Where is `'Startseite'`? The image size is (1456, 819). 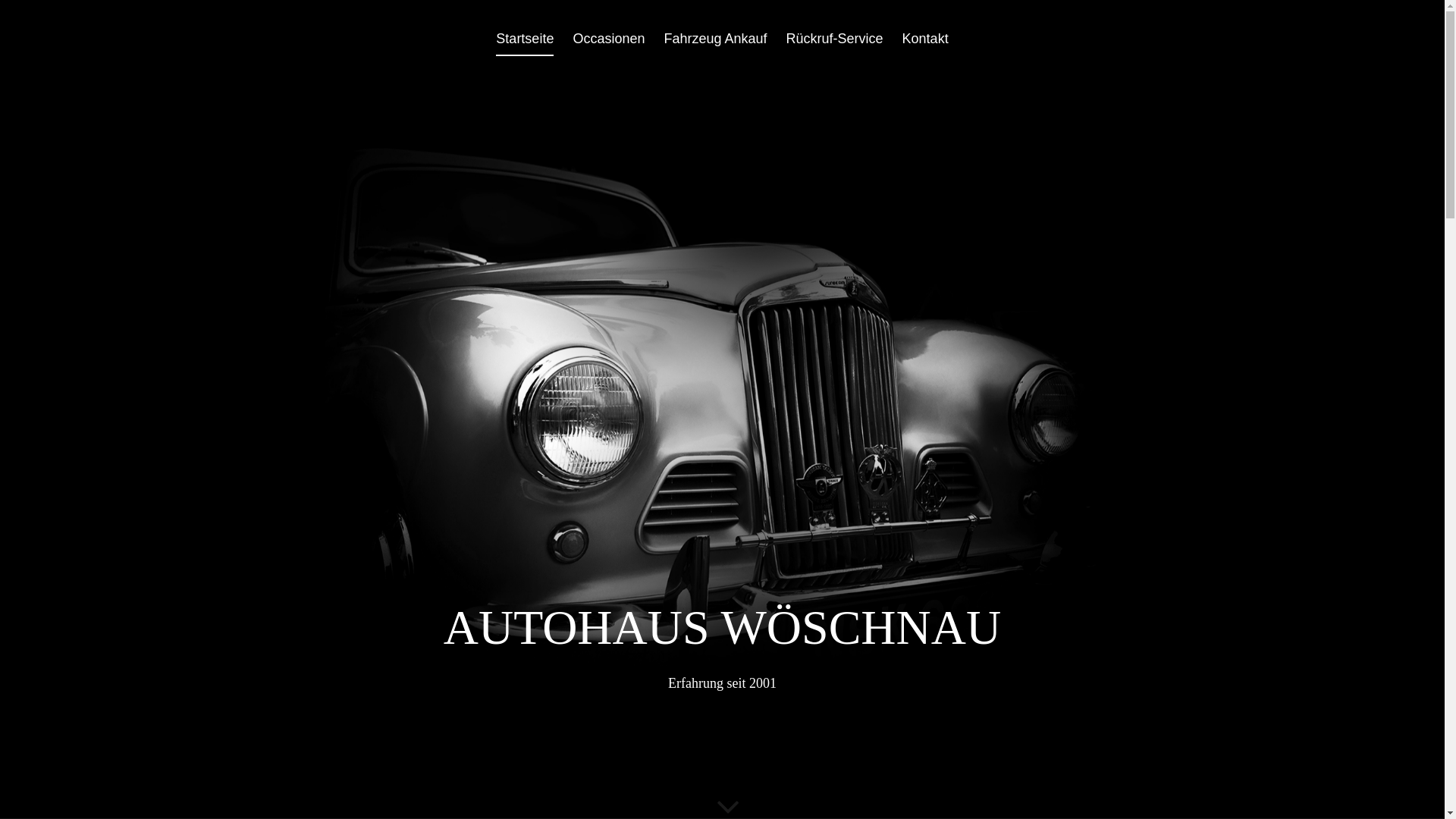 'Startseite' is located at coordinates (524, 42).